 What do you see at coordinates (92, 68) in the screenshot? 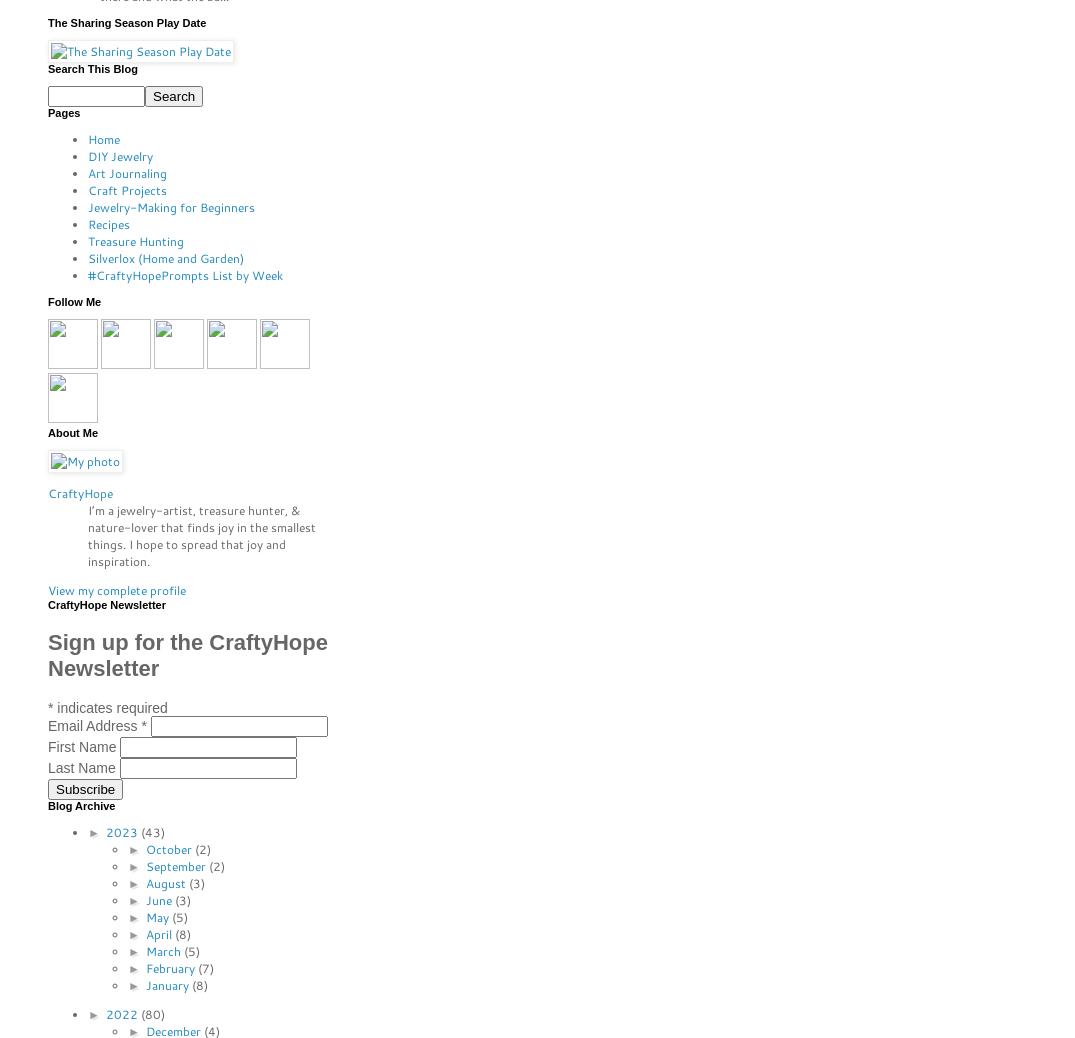
I see `'Search This Blog'` at bounding box center [92, 68].